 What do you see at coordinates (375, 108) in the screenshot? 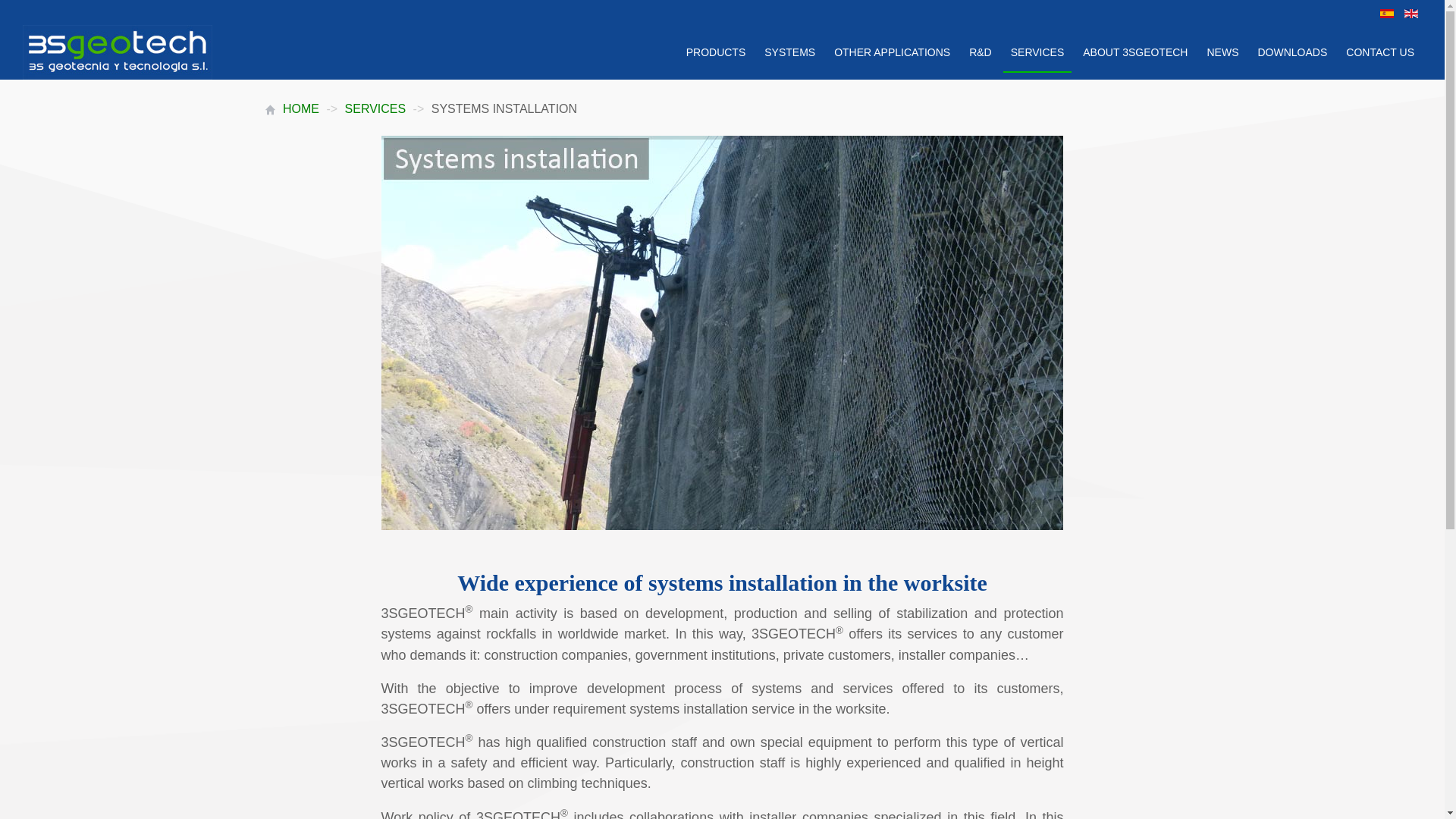
I see `'SERVICES'` at bounding box center [375, 108].